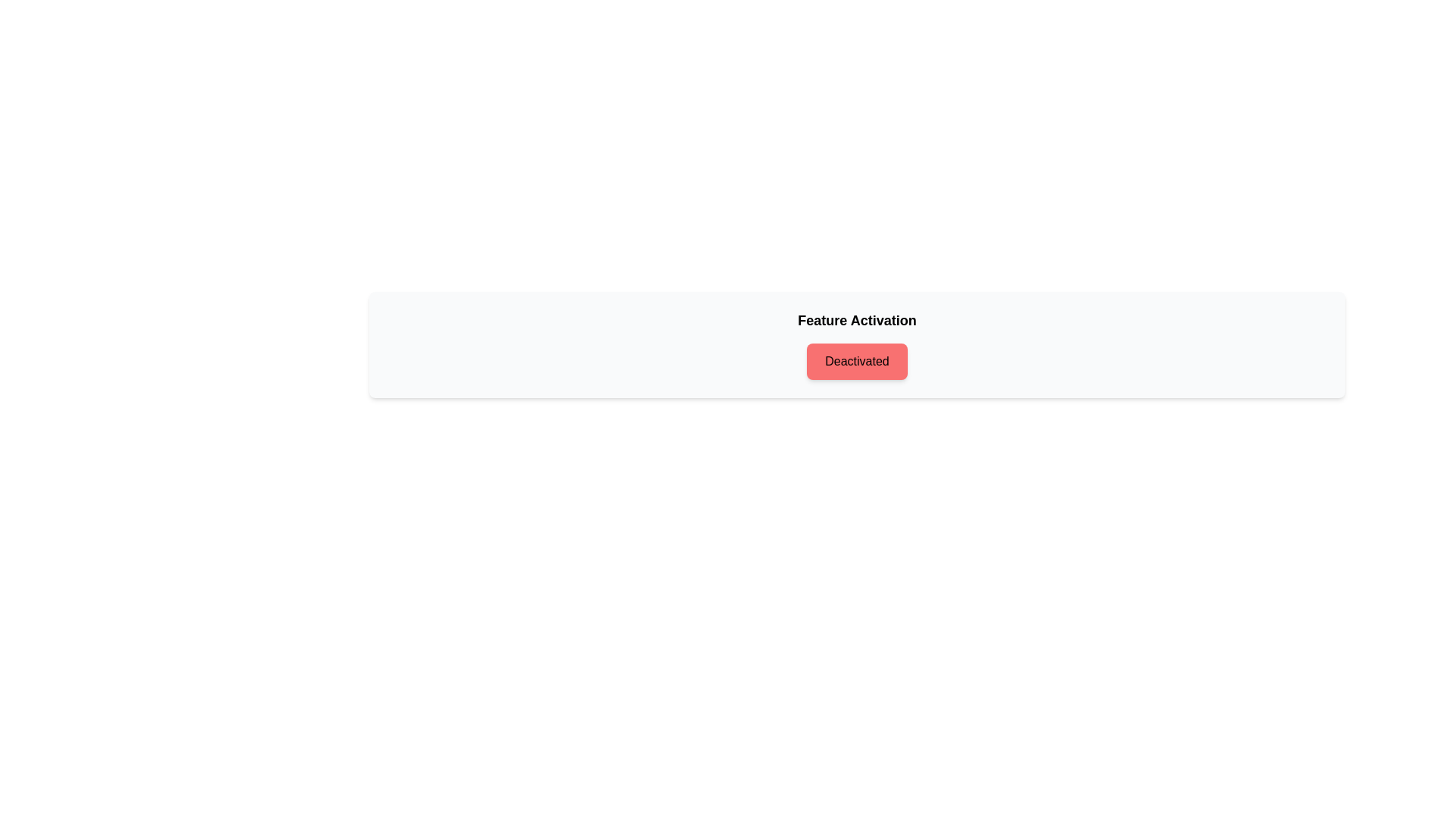  Describe the element at coordinates (857, 362) in the screenshot. I see `the text 'Deactivated' to select it` at that location.